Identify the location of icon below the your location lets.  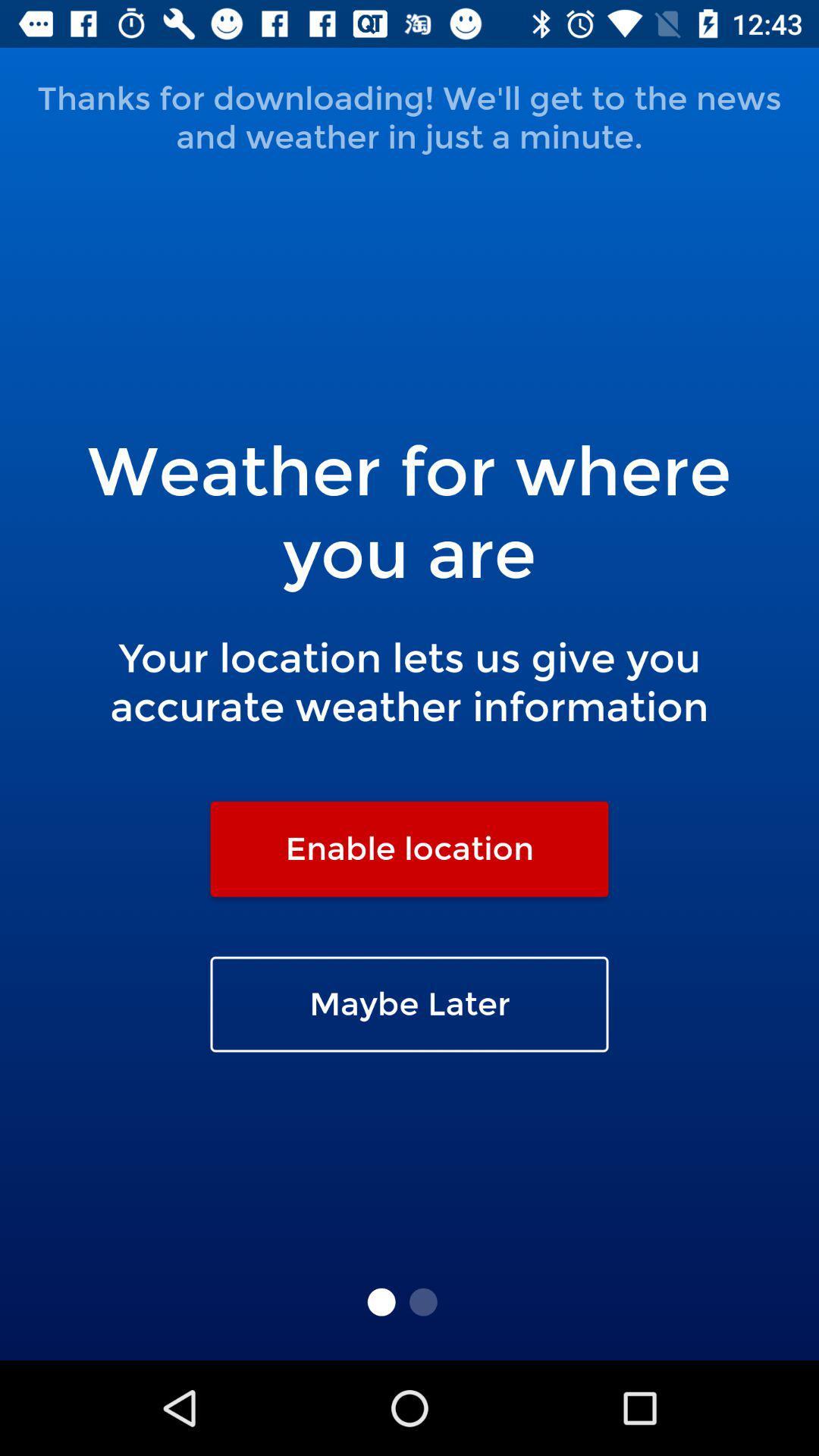
(409, 848).